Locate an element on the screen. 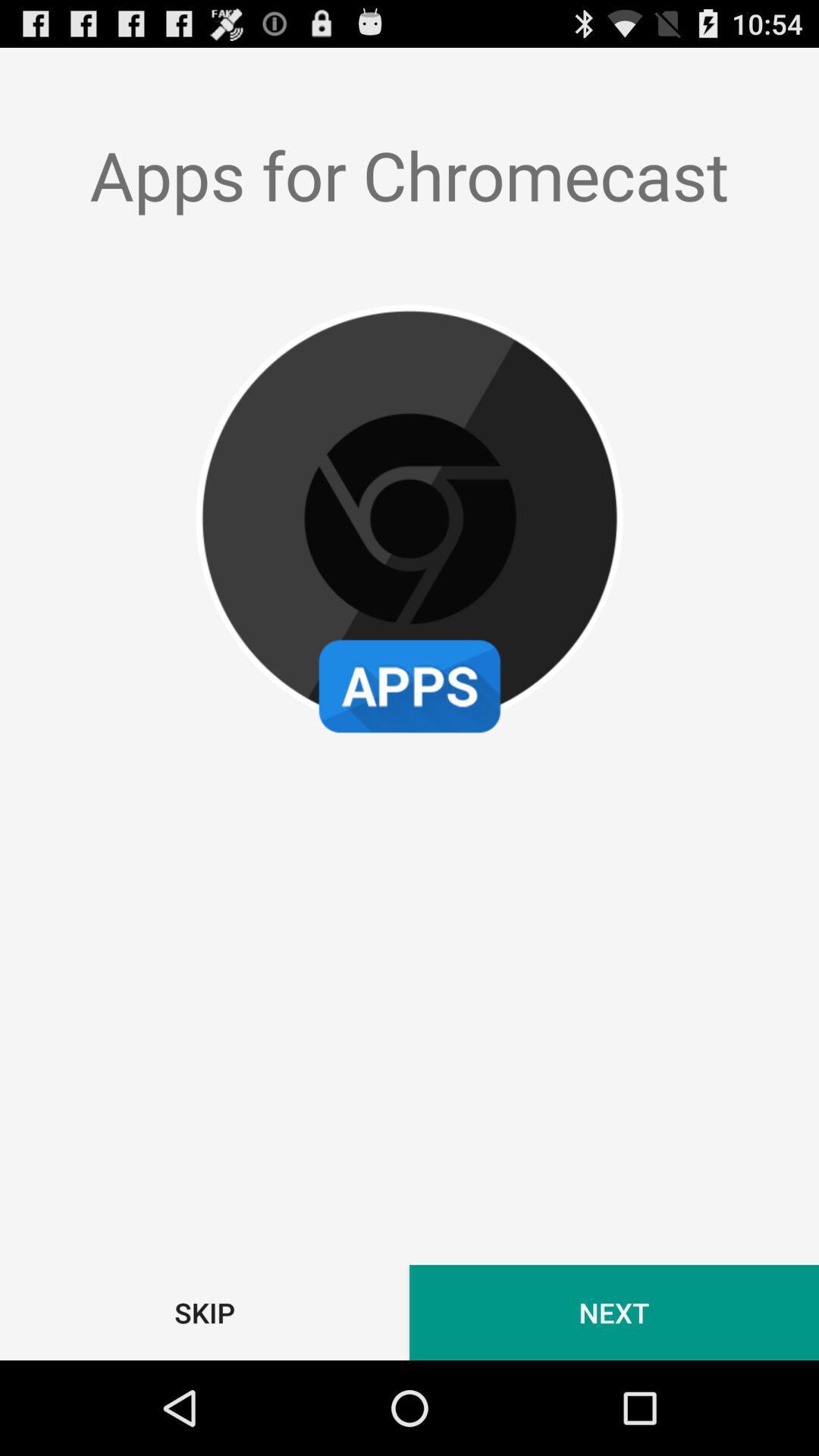 Image resolution: width=819 pixels, height=1456 pixels. button to the left of the next icon is located at coordinates (205, 1312).